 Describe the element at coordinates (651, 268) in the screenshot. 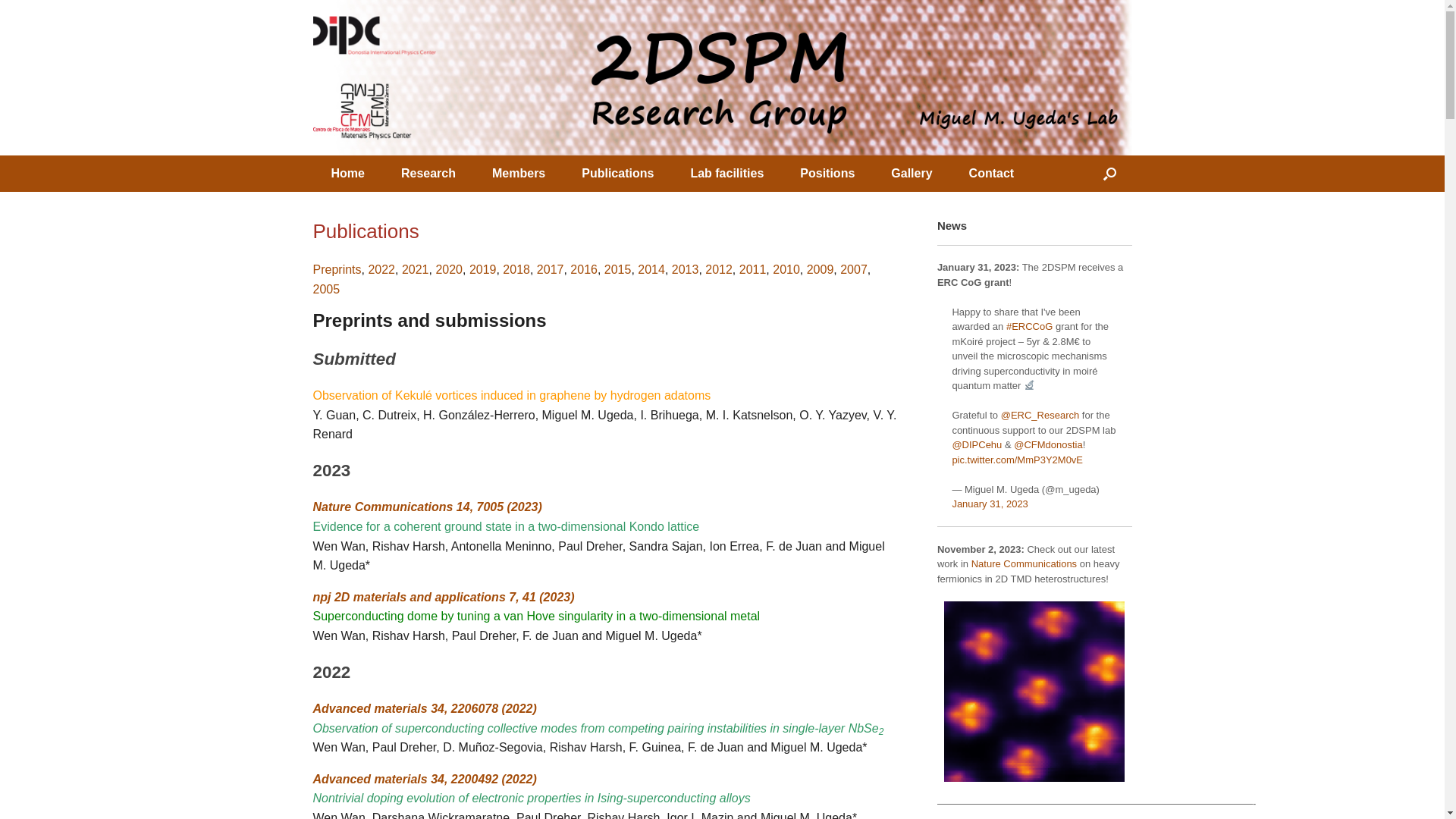

I see `'2014'` at that location.